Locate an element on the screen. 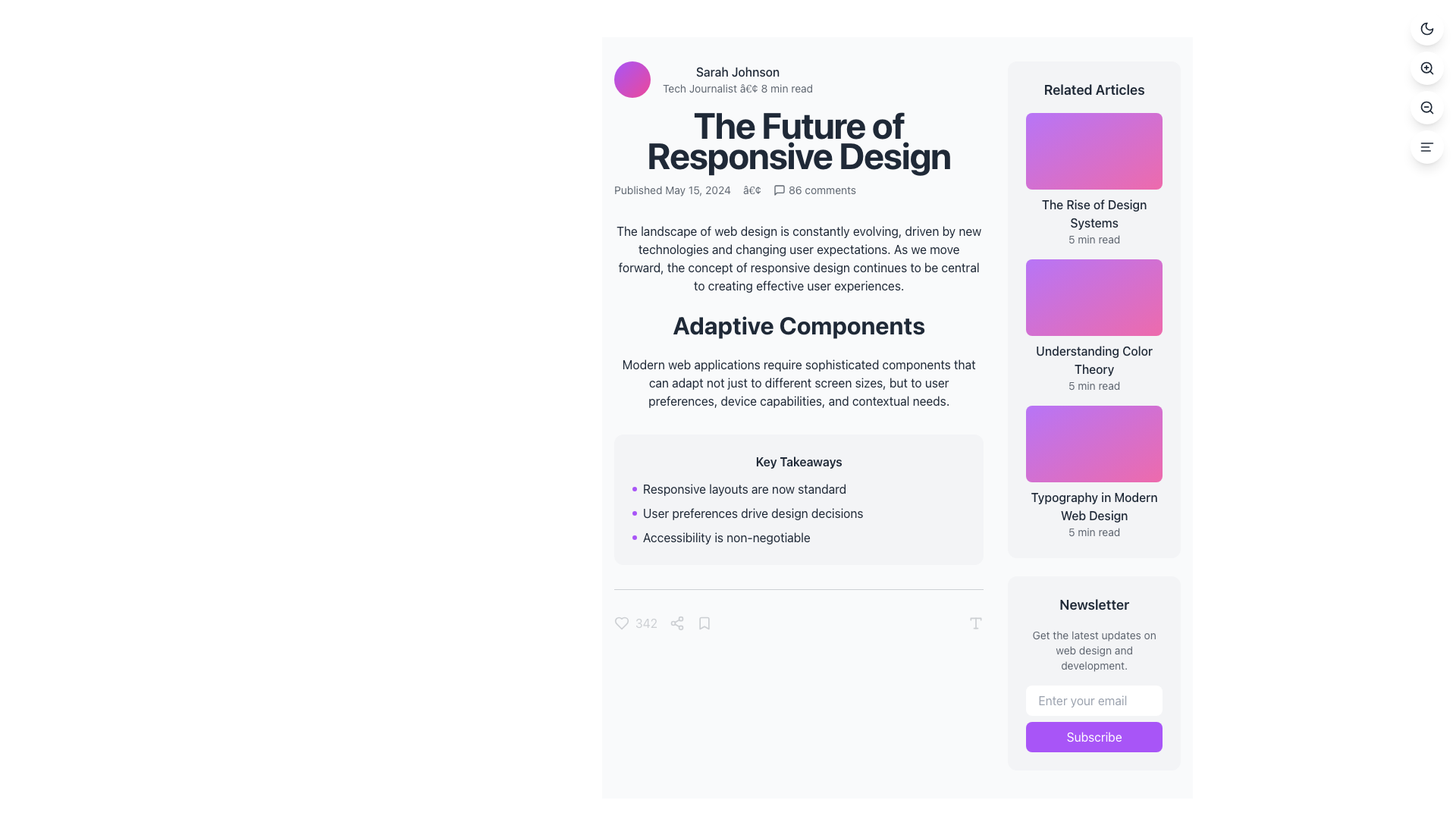  the bookmark-like icon located in the footer of the article is located at coordinates (704, 623).